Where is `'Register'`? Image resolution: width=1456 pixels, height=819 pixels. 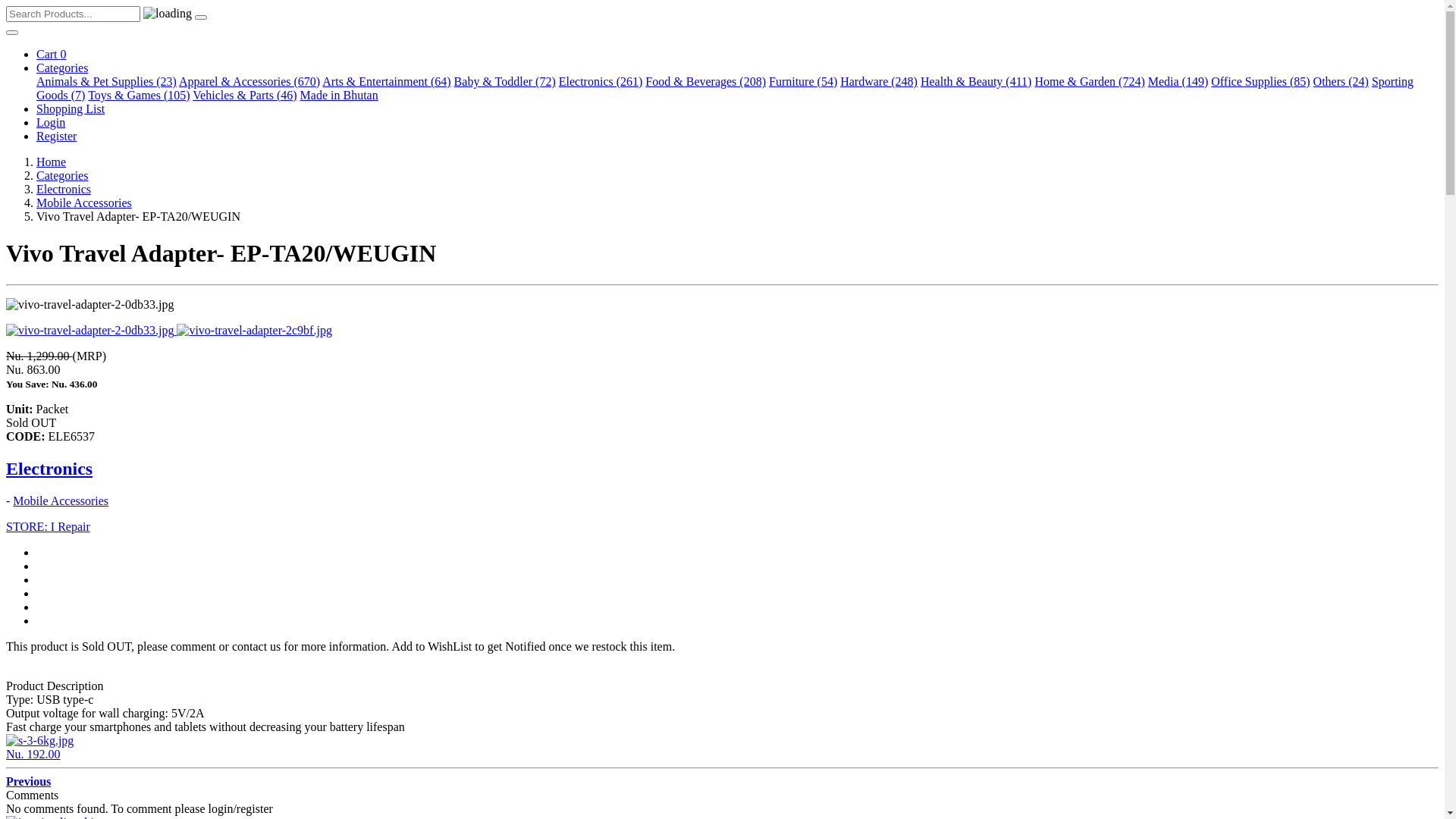 'Register' is located at coordinates (56, 135).